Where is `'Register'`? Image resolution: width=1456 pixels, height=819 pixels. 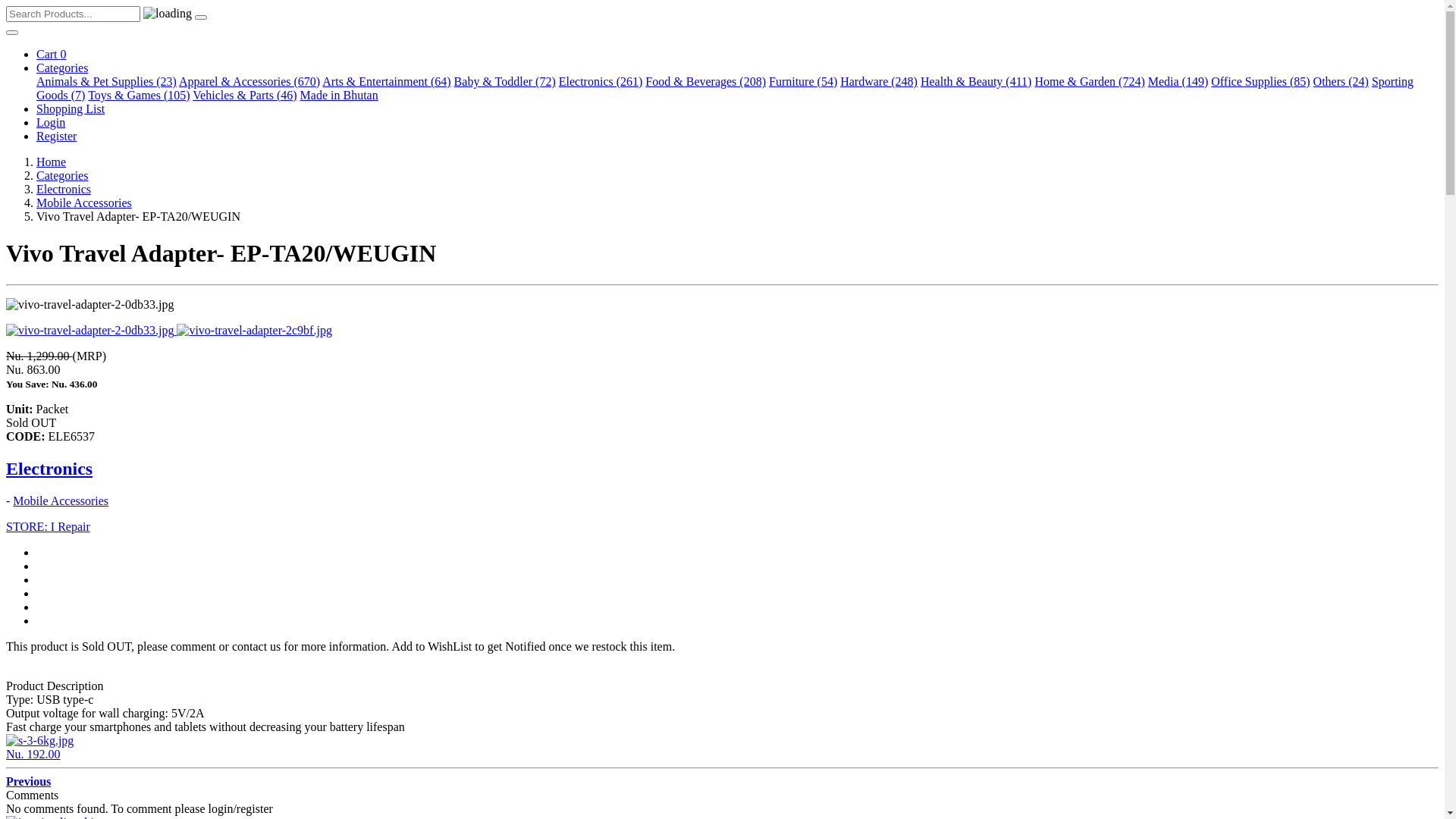 'Register' is located at coordinates (56, 135).